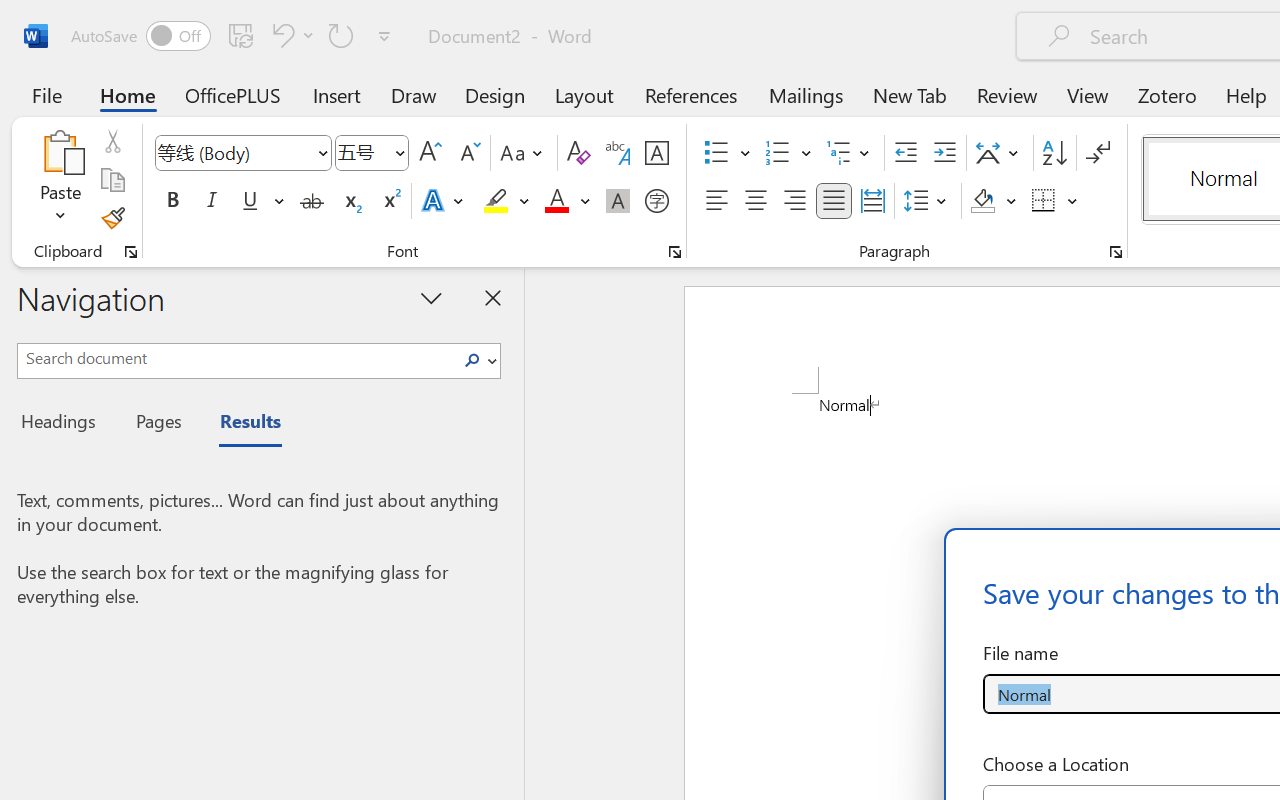 This screenshot has height=800, width=1280. I want to click on 'Underline', so click(249, 201).